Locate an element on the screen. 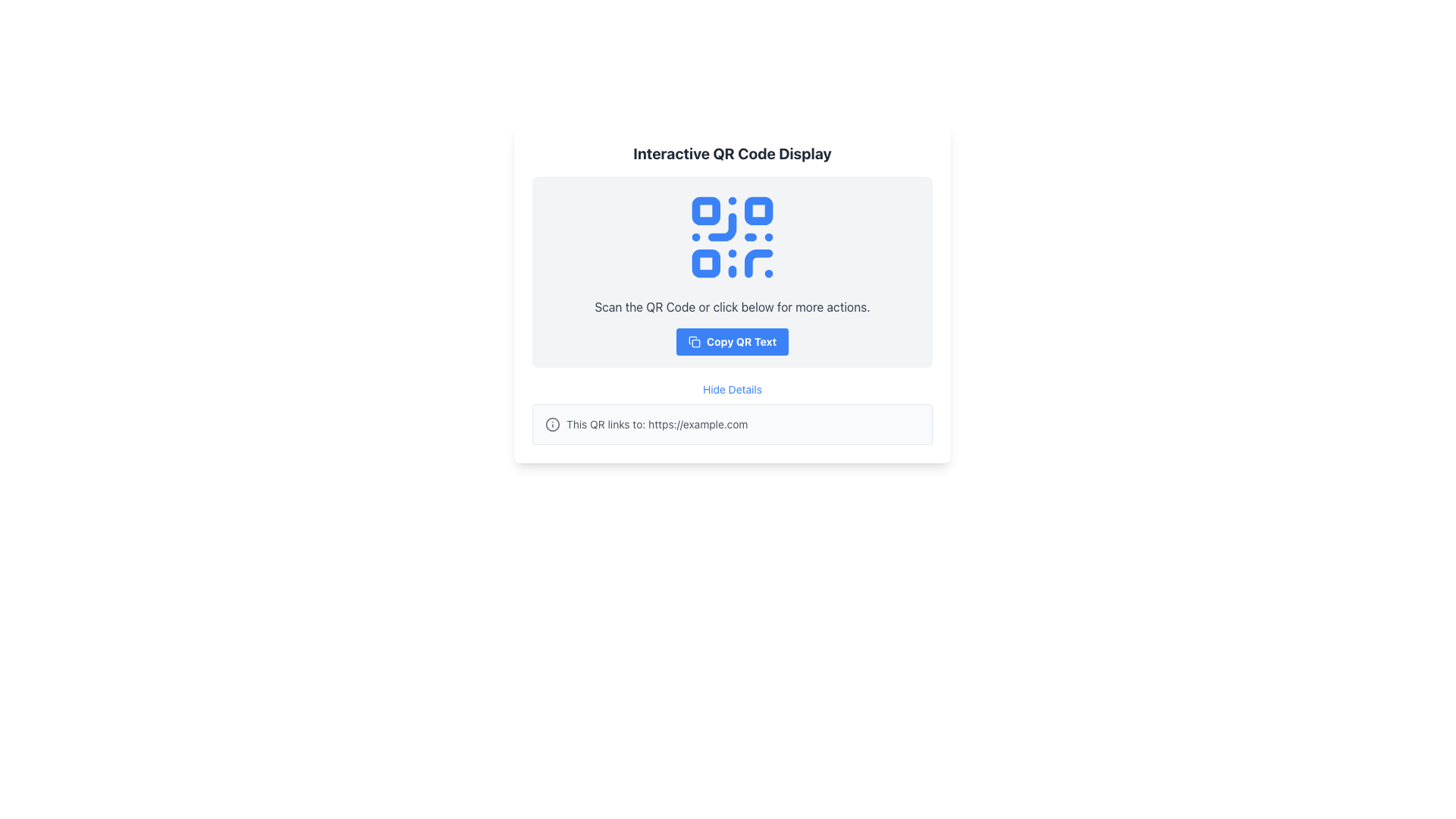 This screenshot has width=1456, height=819. the Informational text block that displays 'This QR links to: https://example.com', which is located beneath the 'Hide Details' link and features a left-aligned information icon is located at coordinates (732, 424).